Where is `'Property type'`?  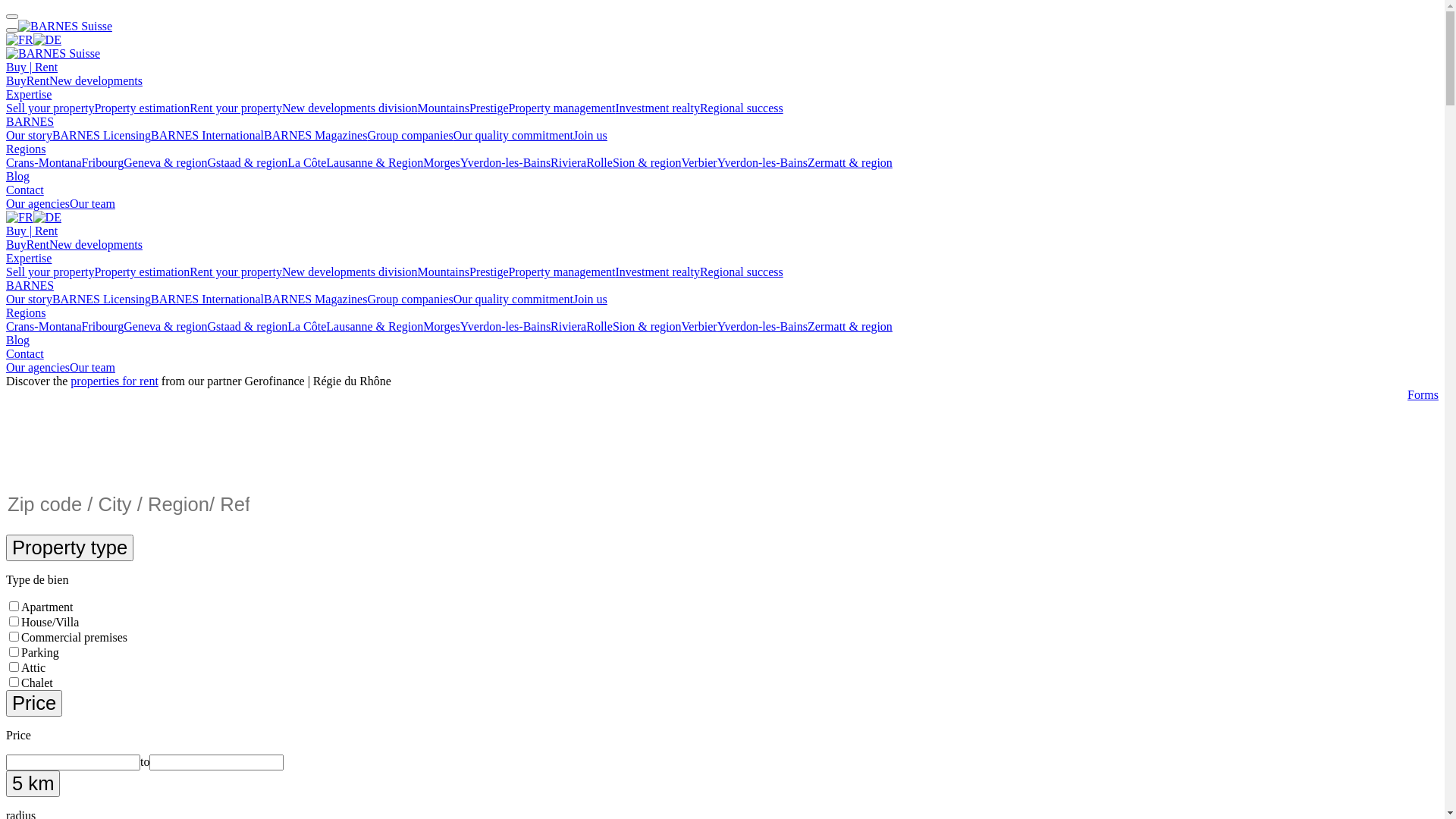 'Property type' is located at coordinates (68, 548).